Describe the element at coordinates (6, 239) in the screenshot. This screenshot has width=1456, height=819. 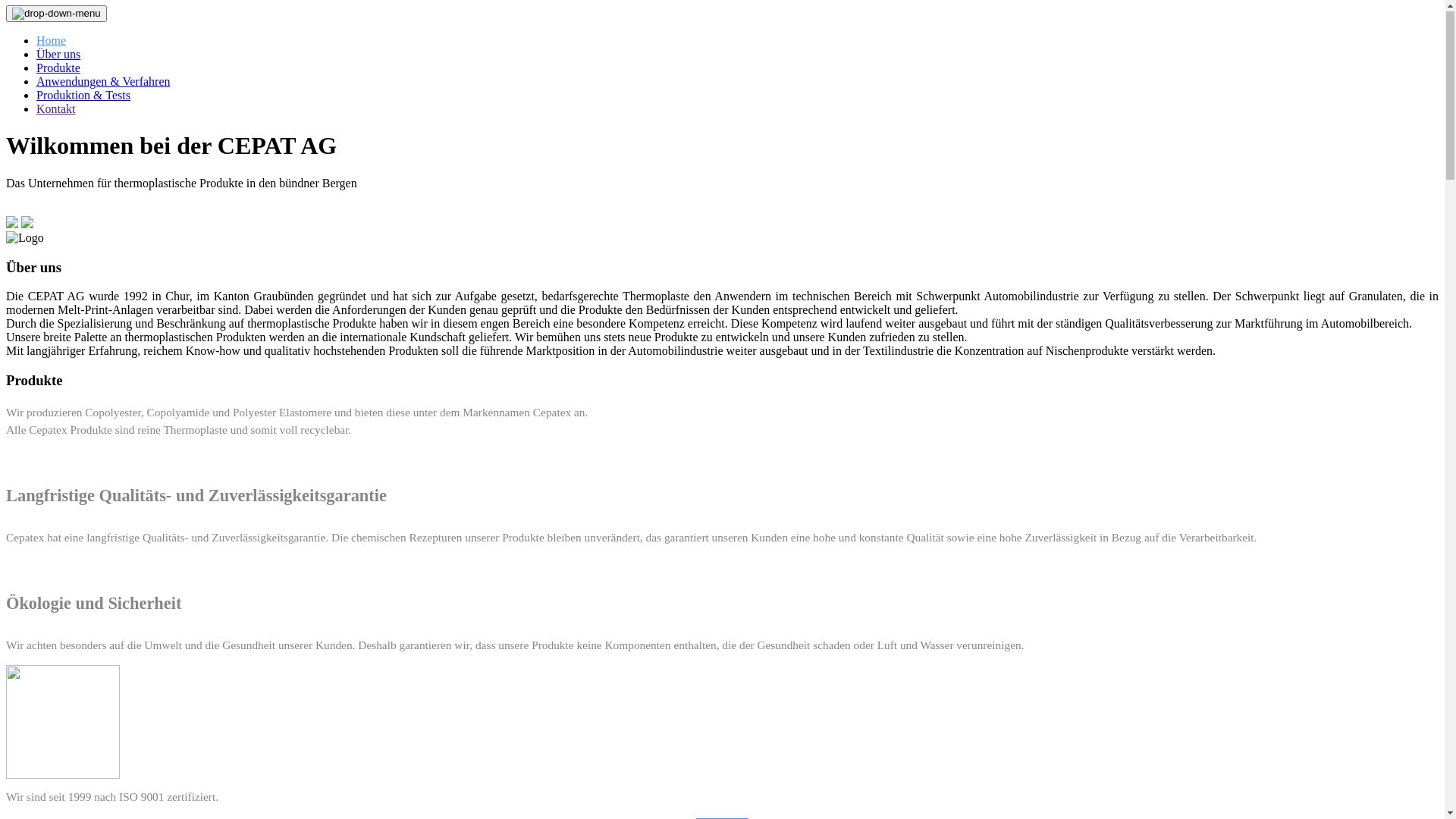
I see `'Logo'` at that location.